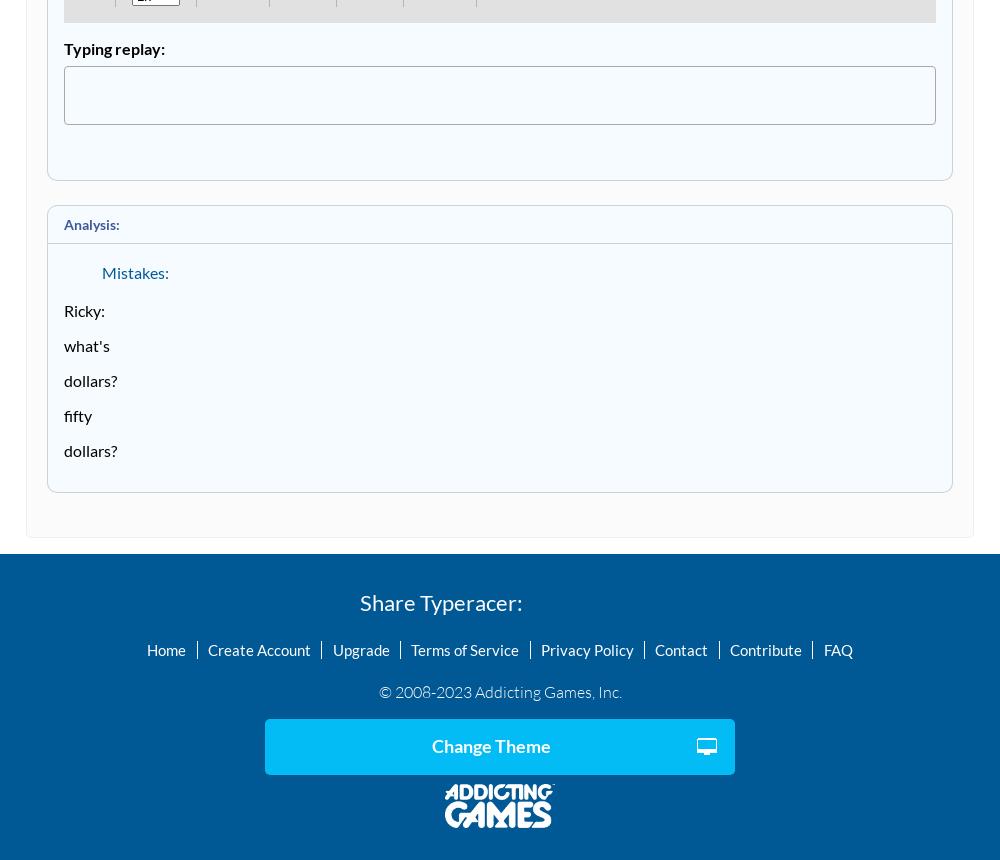  I want to click on 'what's', so click(86, 343).